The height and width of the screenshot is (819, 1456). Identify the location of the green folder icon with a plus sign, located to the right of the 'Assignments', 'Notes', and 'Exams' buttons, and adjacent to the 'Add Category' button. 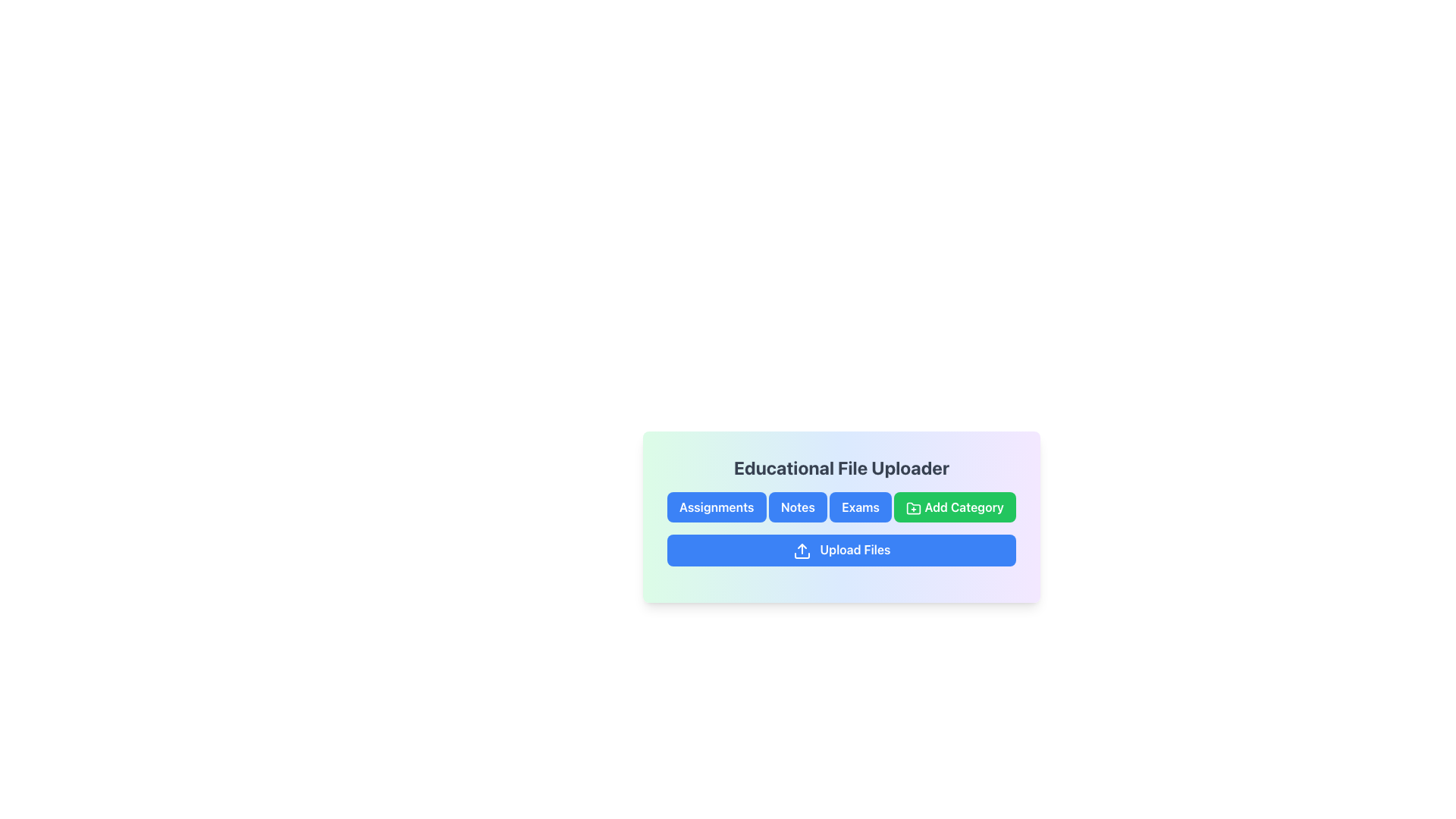
(913, 508).